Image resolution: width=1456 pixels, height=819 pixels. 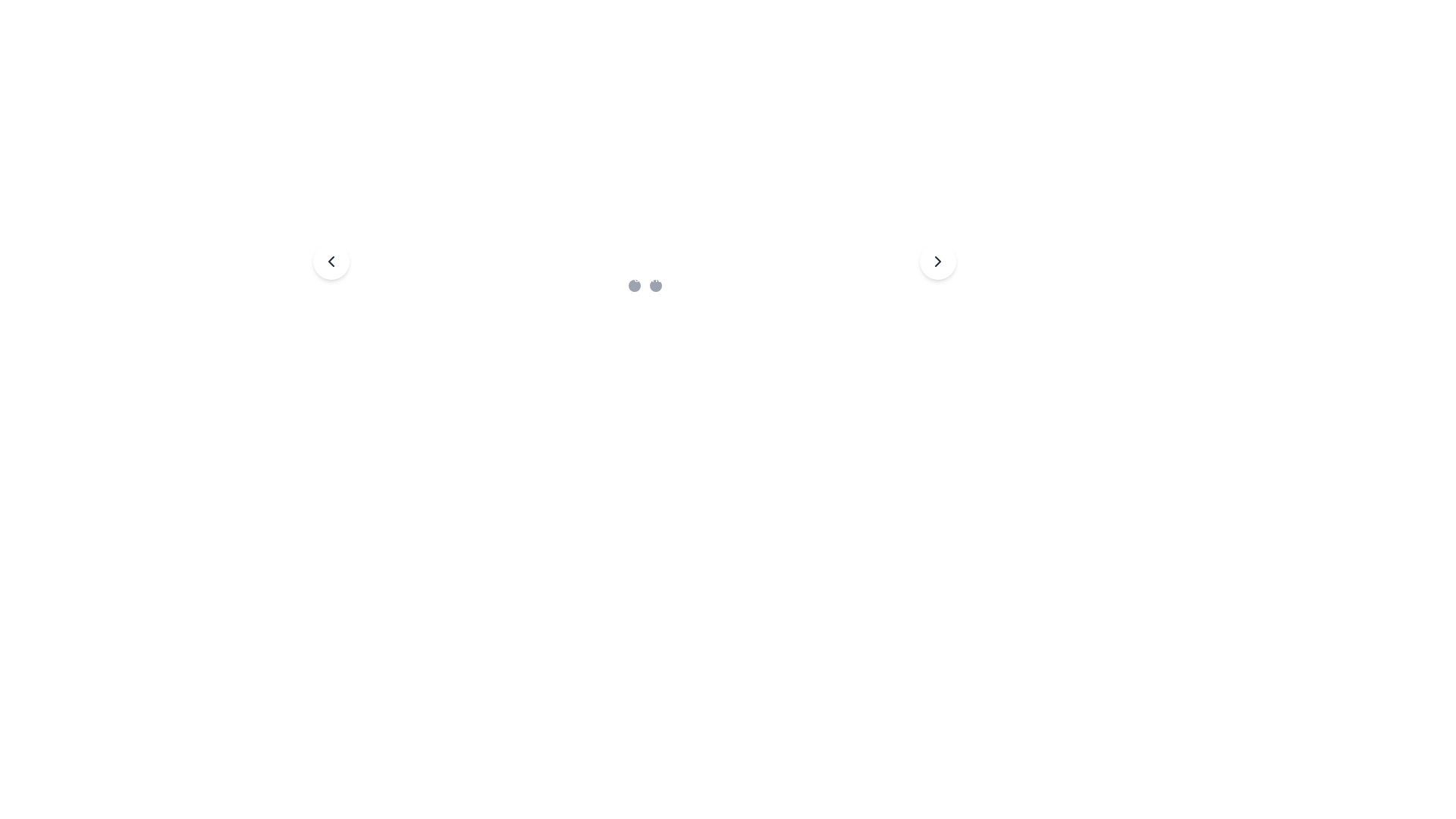 I want to click on the middle circular indicator with a white background and gray border, so click(x=634, y=277).